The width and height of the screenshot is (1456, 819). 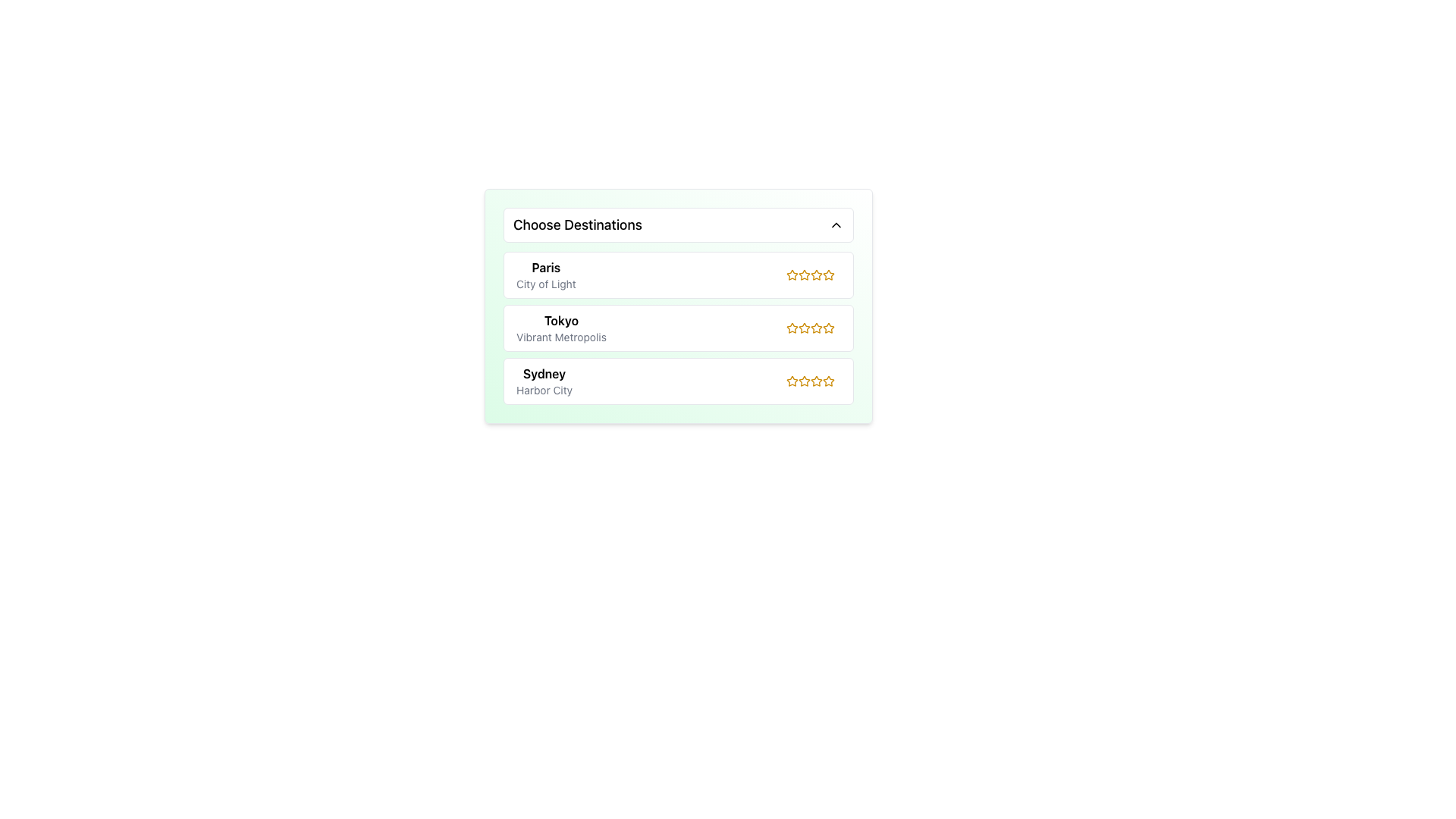 I want to click on the fourth star, so click(x=810, y=275).